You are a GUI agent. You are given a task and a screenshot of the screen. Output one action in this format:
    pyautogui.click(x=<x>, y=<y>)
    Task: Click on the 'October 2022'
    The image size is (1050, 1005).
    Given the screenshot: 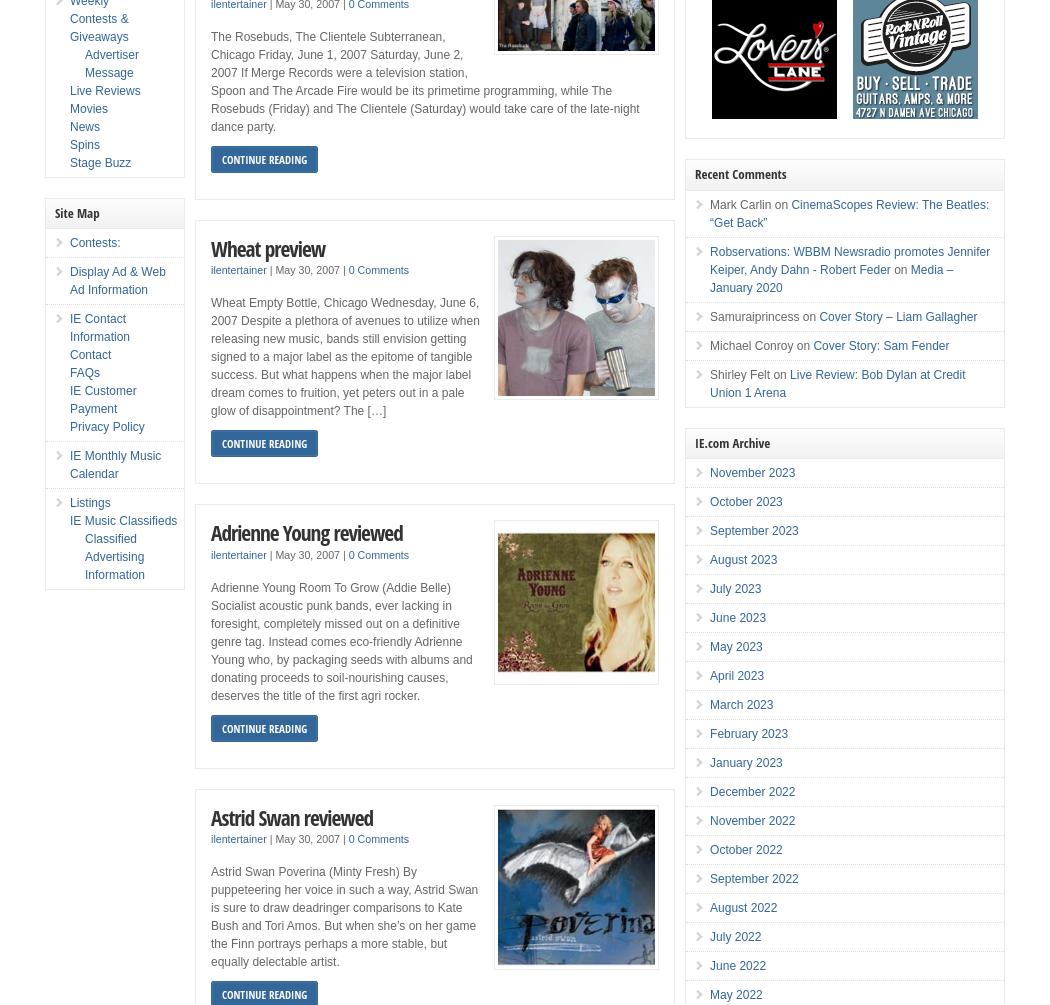 What is the action you would take?
    pyautogui.click(x=745, y=849)
    